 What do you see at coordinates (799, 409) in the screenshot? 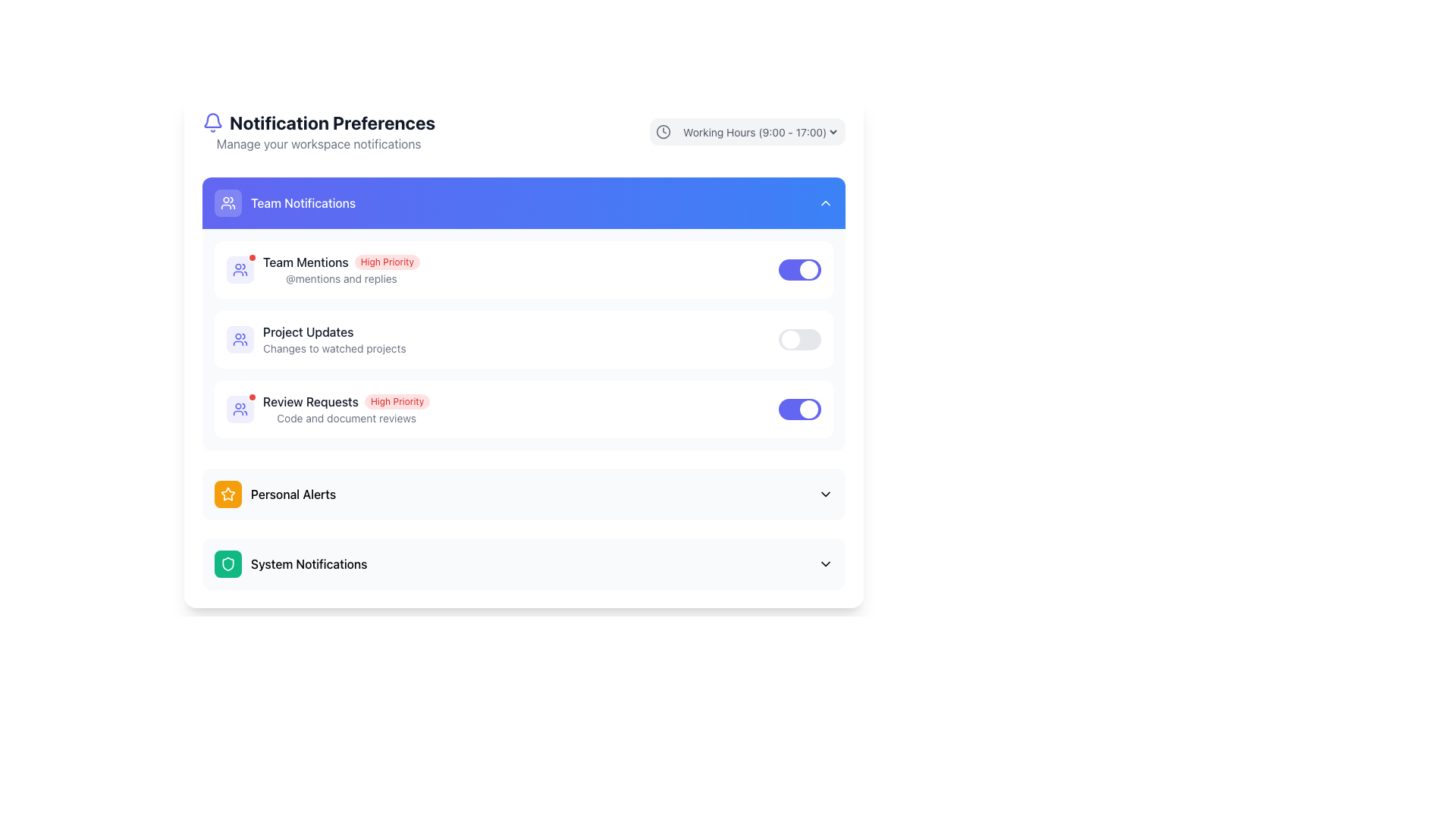
I see `the third toggle switch in the 'Team Notifications' group within the 'Review Requests' section` at bounding box center [799, 409].